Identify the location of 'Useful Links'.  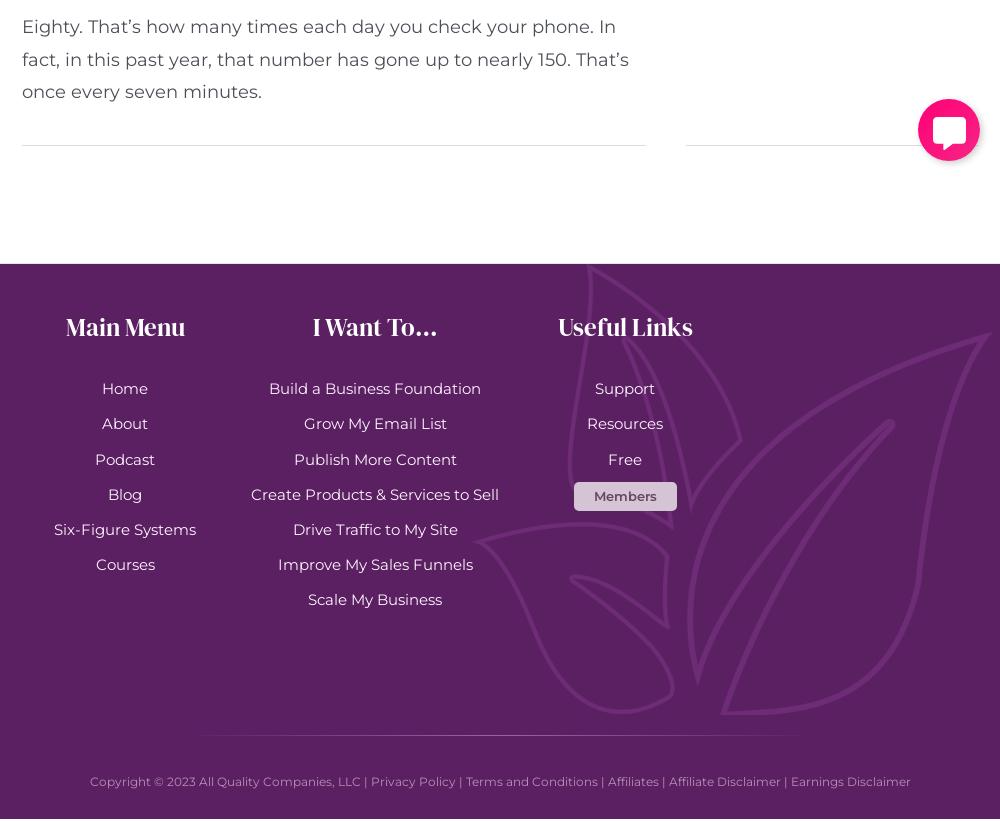
(557, 326).